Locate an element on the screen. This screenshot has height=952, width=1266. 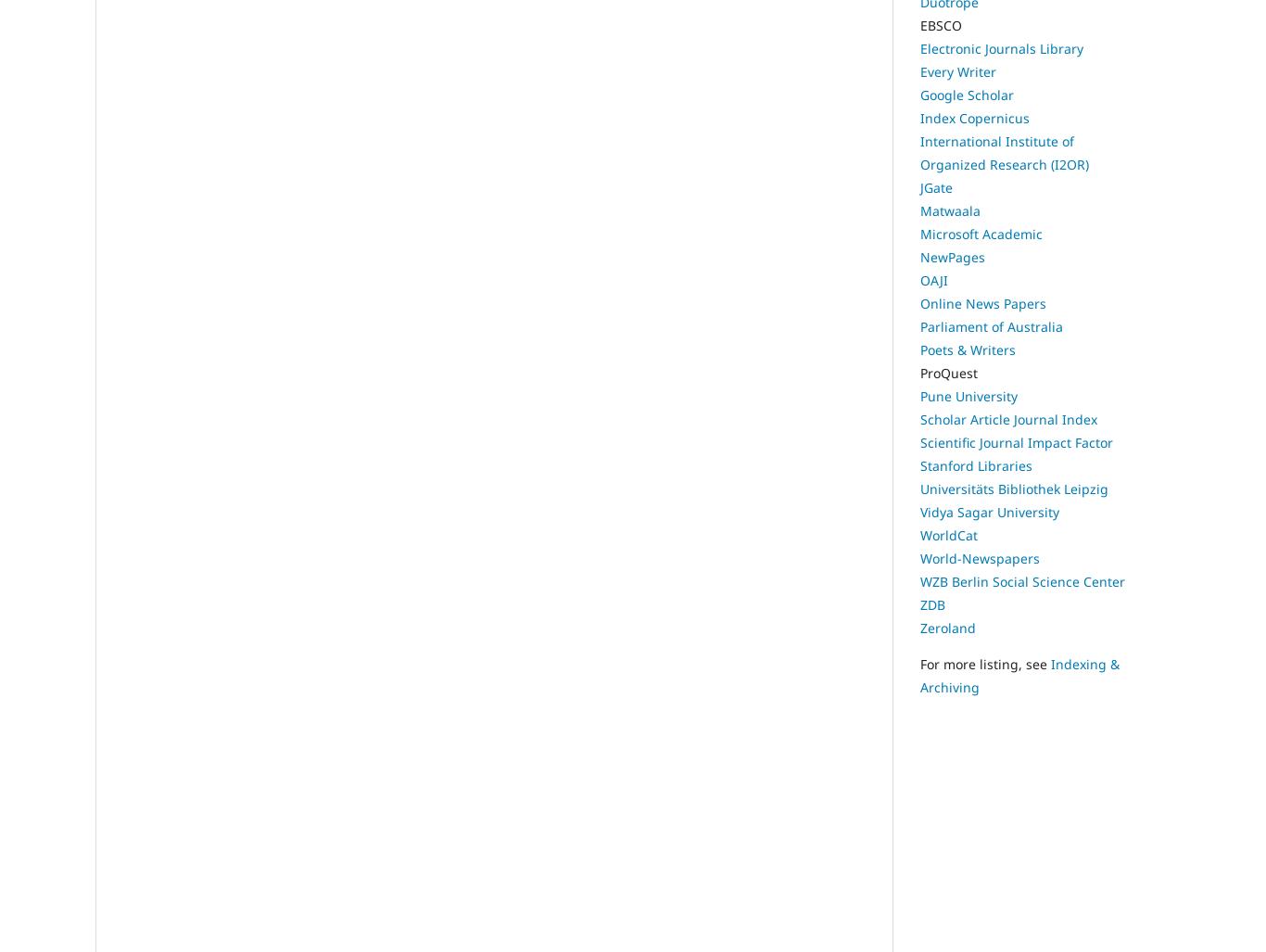
'Scientific Journal Impact Factor' is located at coordinates (1016, 442).